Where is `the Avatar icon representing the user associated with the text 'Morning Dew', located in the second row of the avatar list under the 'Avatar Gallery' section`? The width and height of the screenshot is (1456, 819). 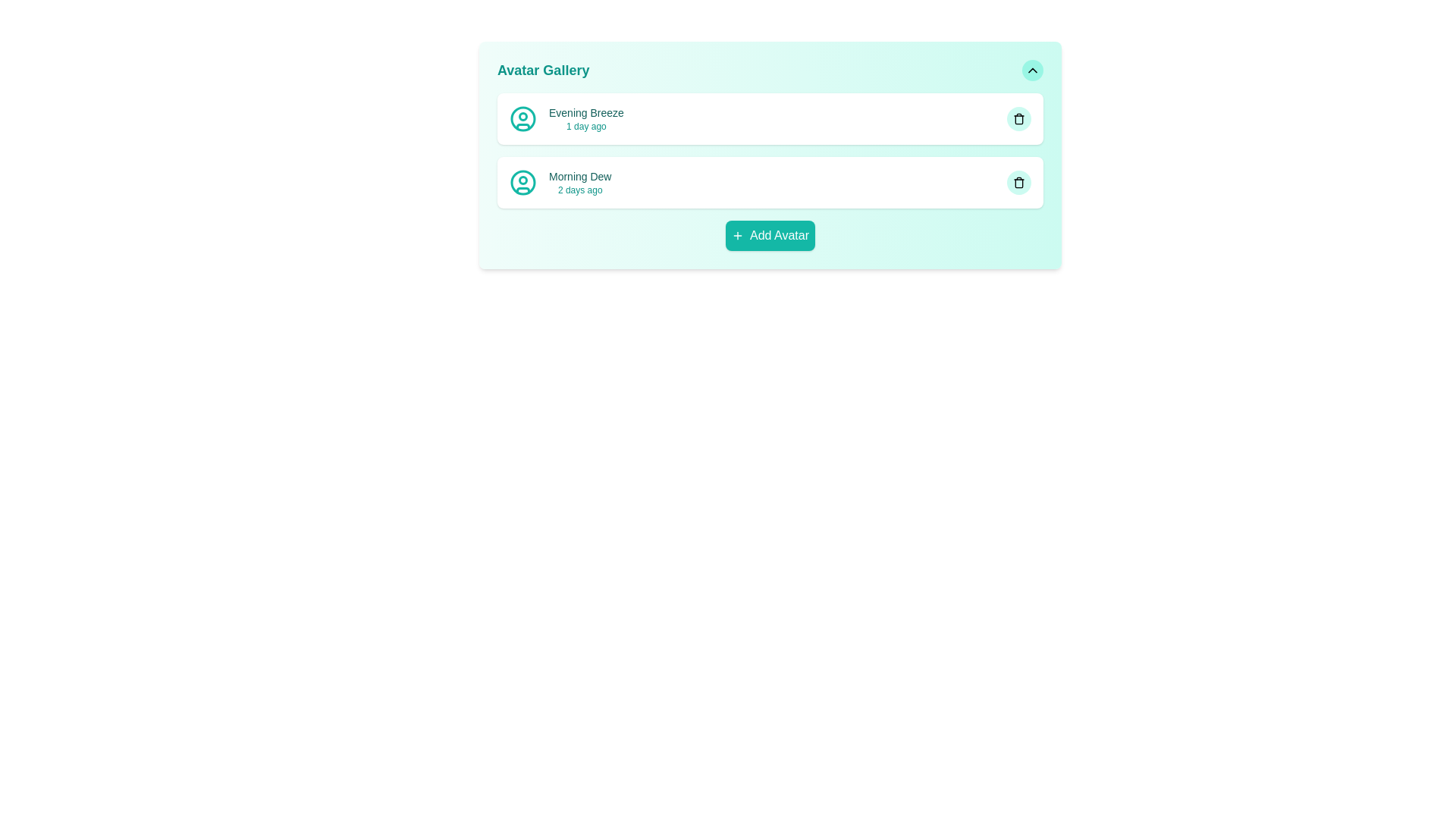
the Avatar icon representing the user associated with the text 'Morning Dew', located in the second row of the avatar list under the 'Avatar Gallery' section is located at coordinates (523, 181).